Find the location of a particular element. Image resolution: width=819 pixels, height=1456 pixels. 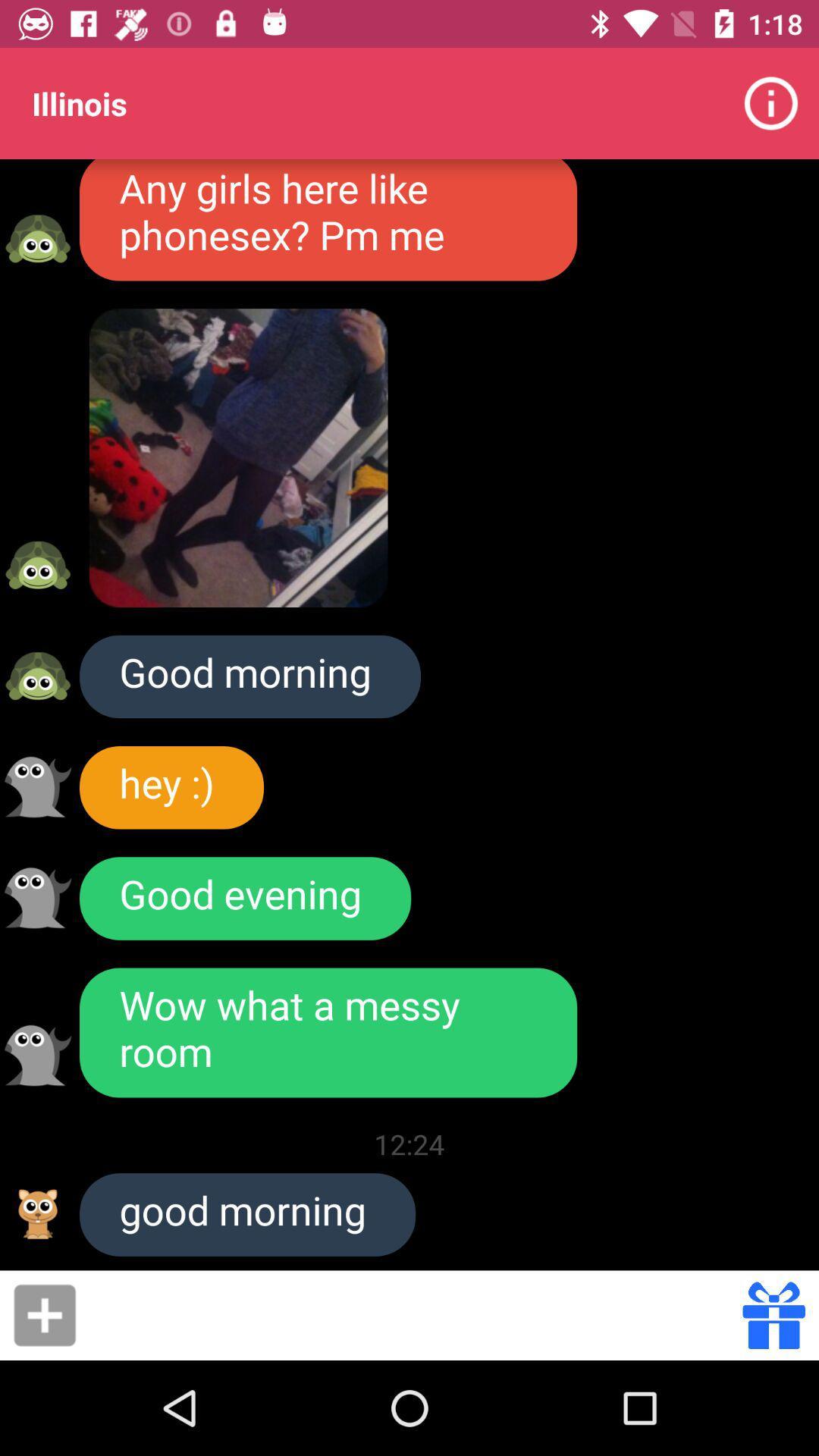

send gift is located at coordinates (773, 1314).